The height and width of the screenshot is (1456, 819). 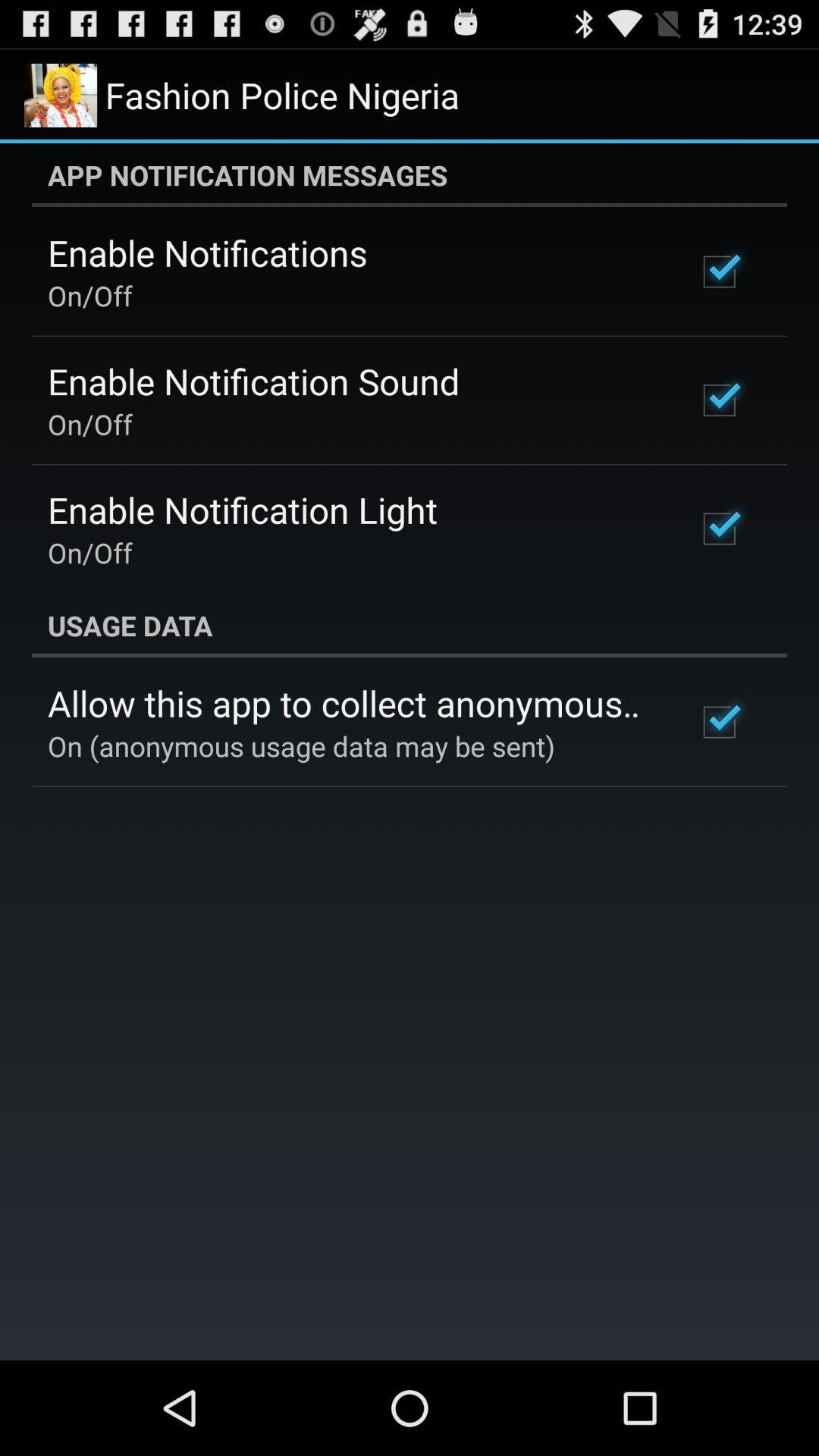 What do you see at coordinates (351, 702) in the screenshot?
I see `allow this app app` at bounding box center [351, 702].